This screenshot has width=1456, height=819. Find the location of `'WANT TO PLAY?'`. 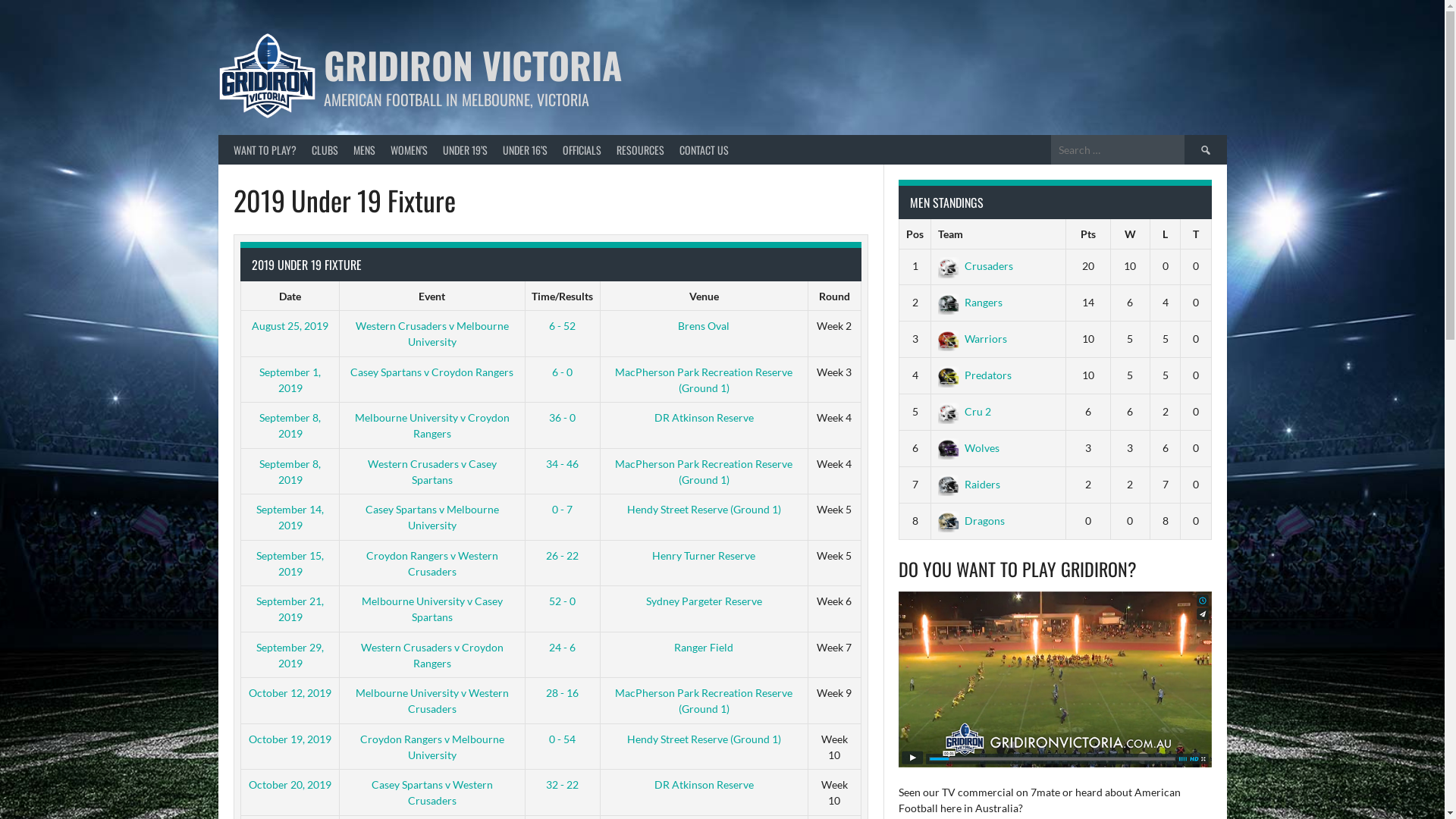

'WANT TO PLAY?' is located at coordinates (265, 149).